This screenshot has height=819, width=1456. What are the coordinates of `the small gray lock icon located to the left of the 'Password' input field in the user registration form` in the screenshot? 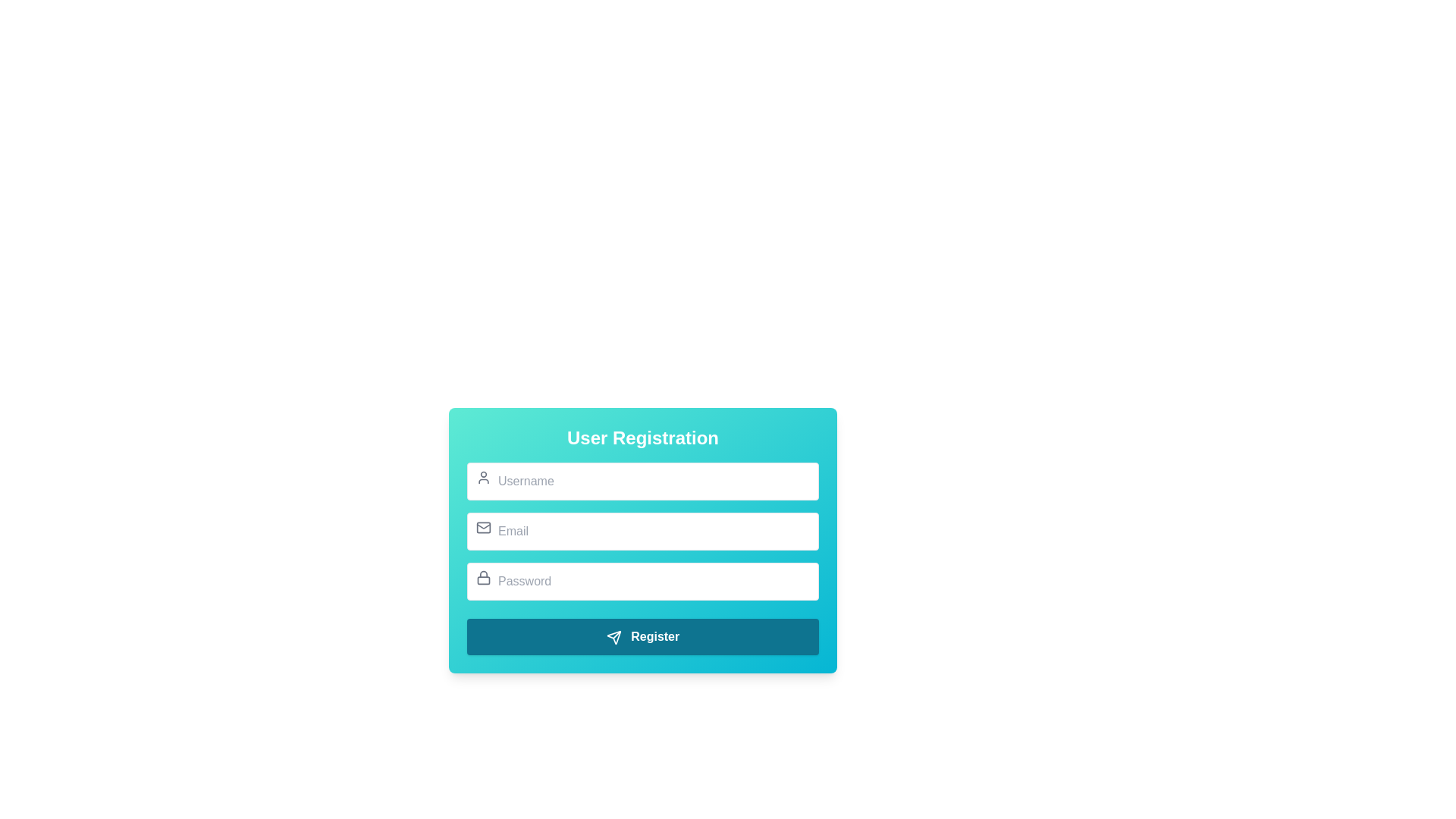 It's located at (483, 578).